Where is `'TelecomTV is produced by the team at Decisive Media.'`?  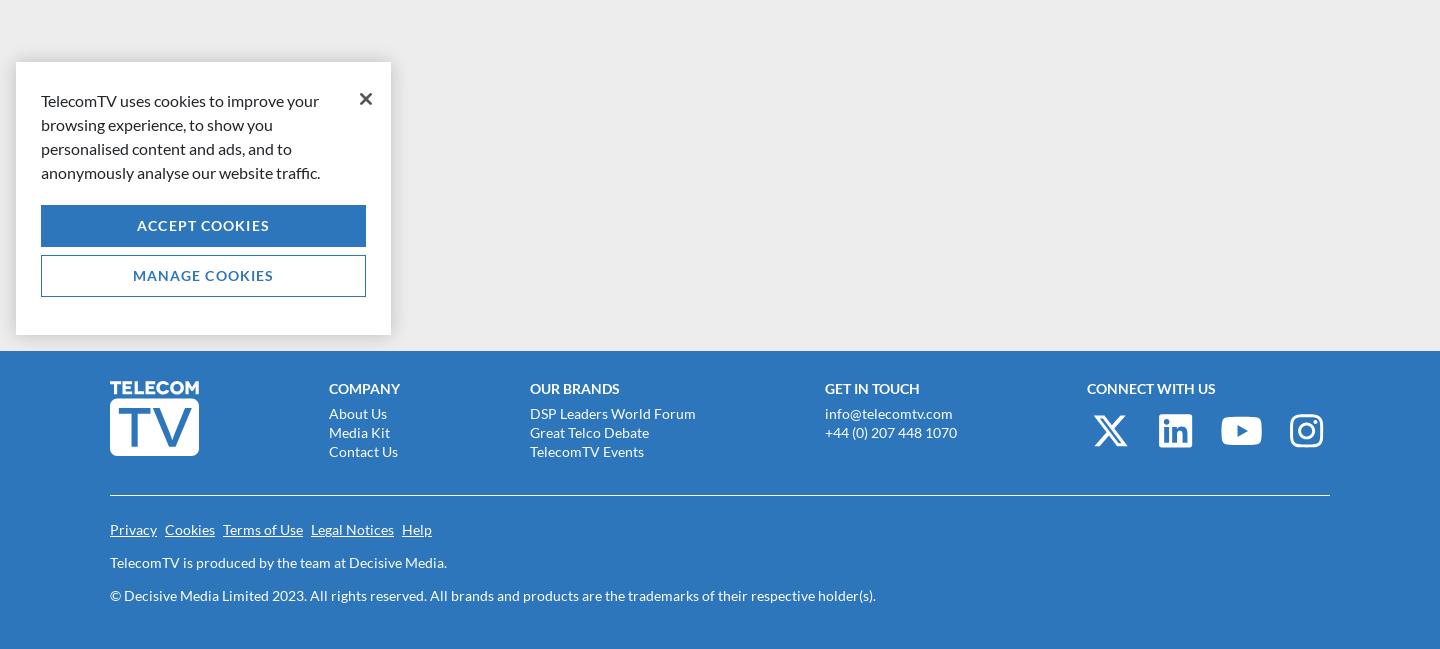
'TelecomTV is produced by the team at Decisive Media.' is located at coordinates (110, 561).